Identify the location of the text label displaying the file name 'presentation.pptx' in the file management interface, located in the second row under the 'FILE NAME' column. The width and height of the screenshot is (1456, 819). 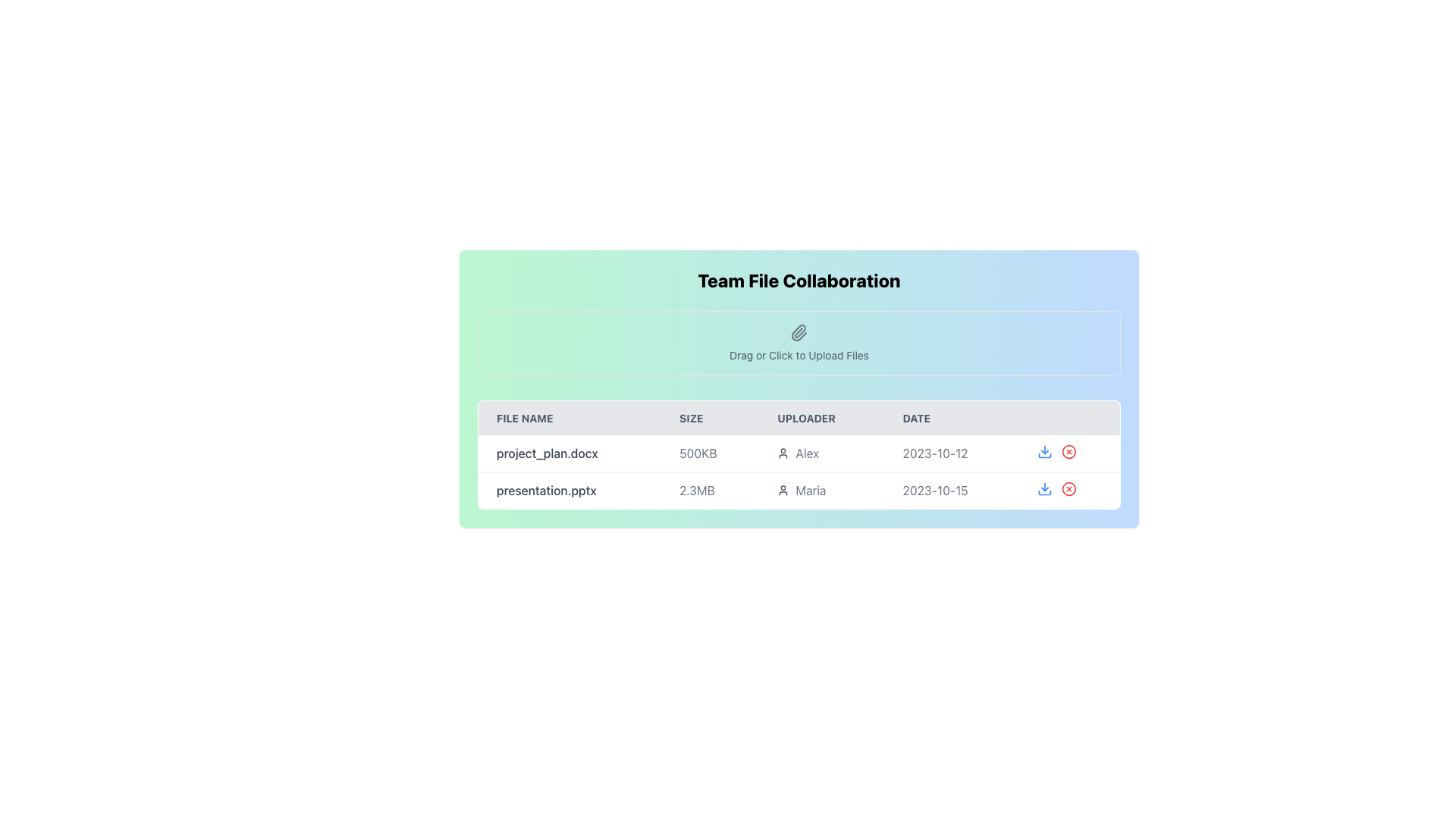
(569, 491).